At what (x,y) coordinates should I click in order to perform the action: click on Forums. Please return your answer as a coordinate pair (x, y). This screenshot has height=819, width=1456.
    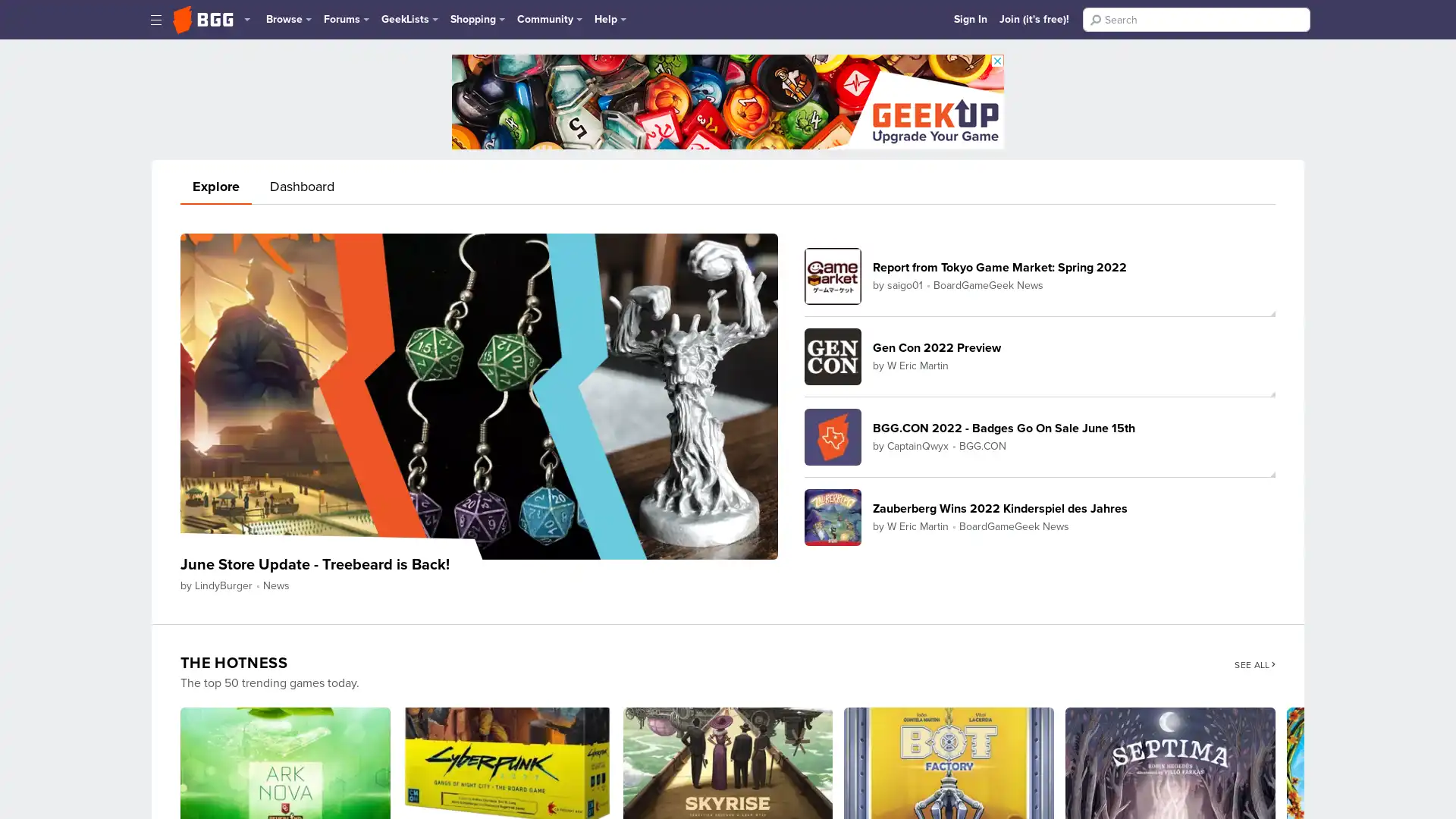
    Looking at the image, I should click on (345, 20).